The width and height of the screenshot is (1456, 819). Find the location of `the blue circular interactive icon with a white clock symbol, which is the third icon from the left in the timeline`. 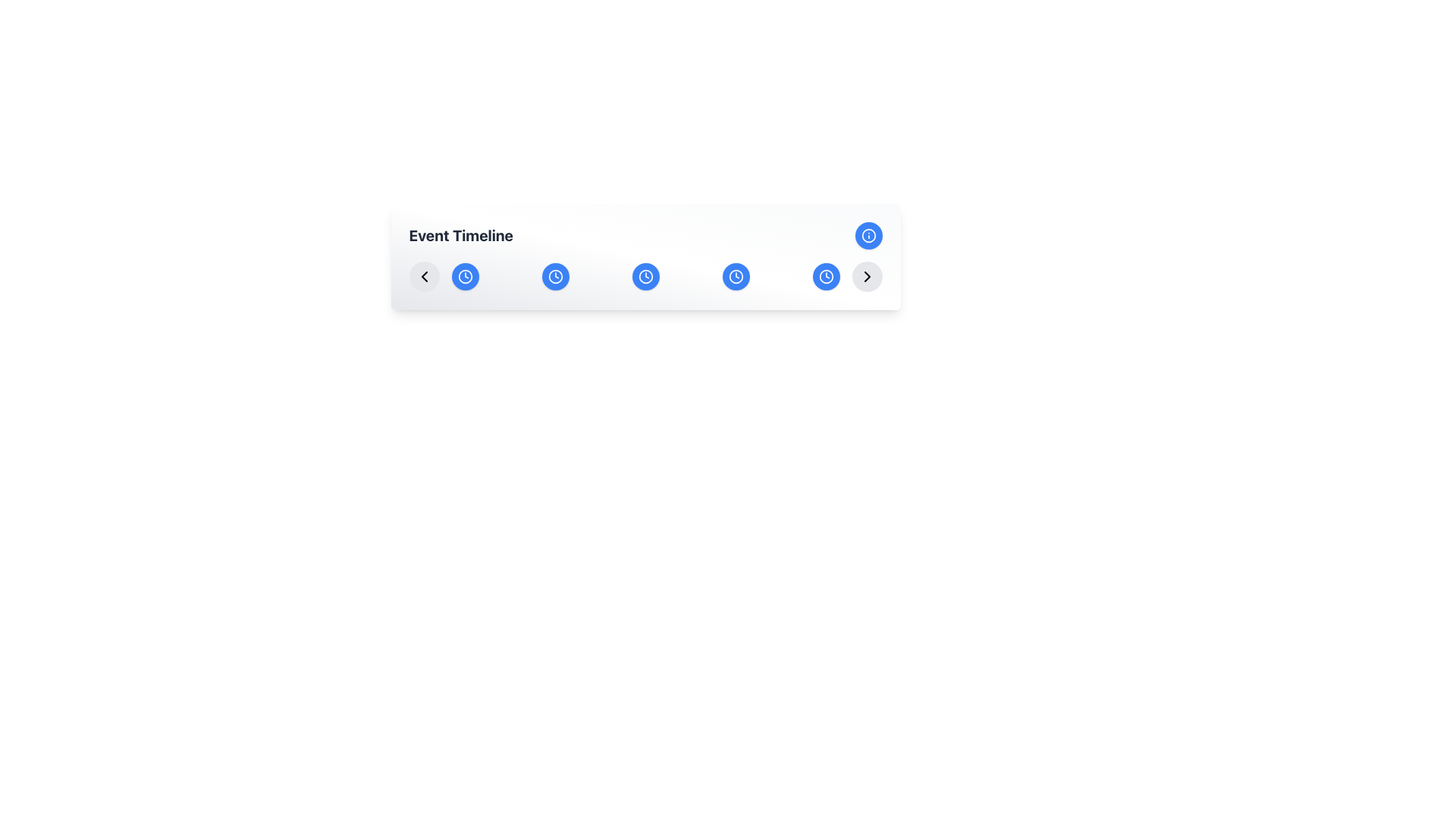

the blue circular interactive icon with a white clock symbol, which is the third icon from the left in the timeline is located at coordinates (645, 277).